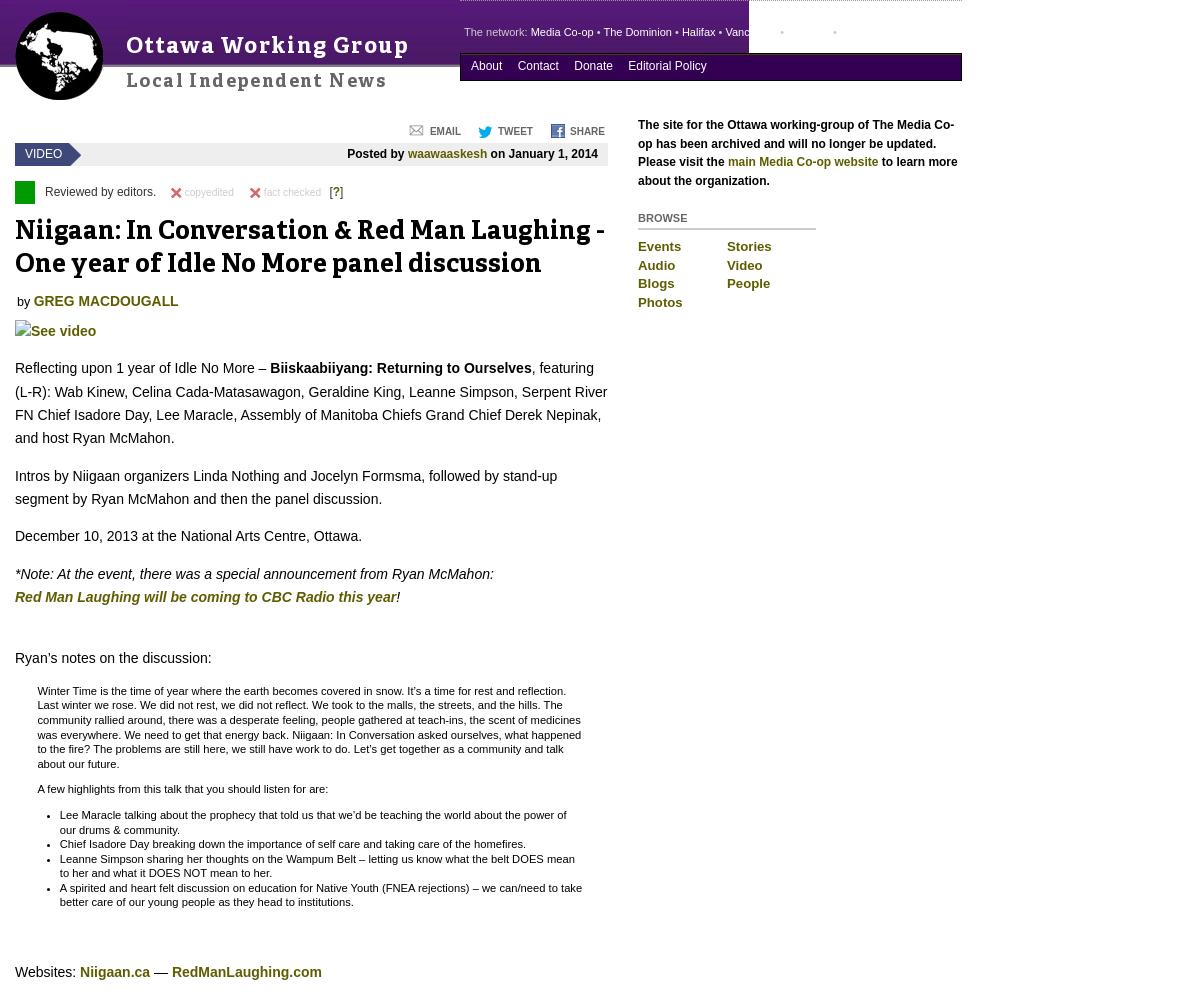 The image size is (1187, 1000). What do you see at coordinates (484, 65) in the screenshot?
I see `'About'` at bounding box center [484, 65].